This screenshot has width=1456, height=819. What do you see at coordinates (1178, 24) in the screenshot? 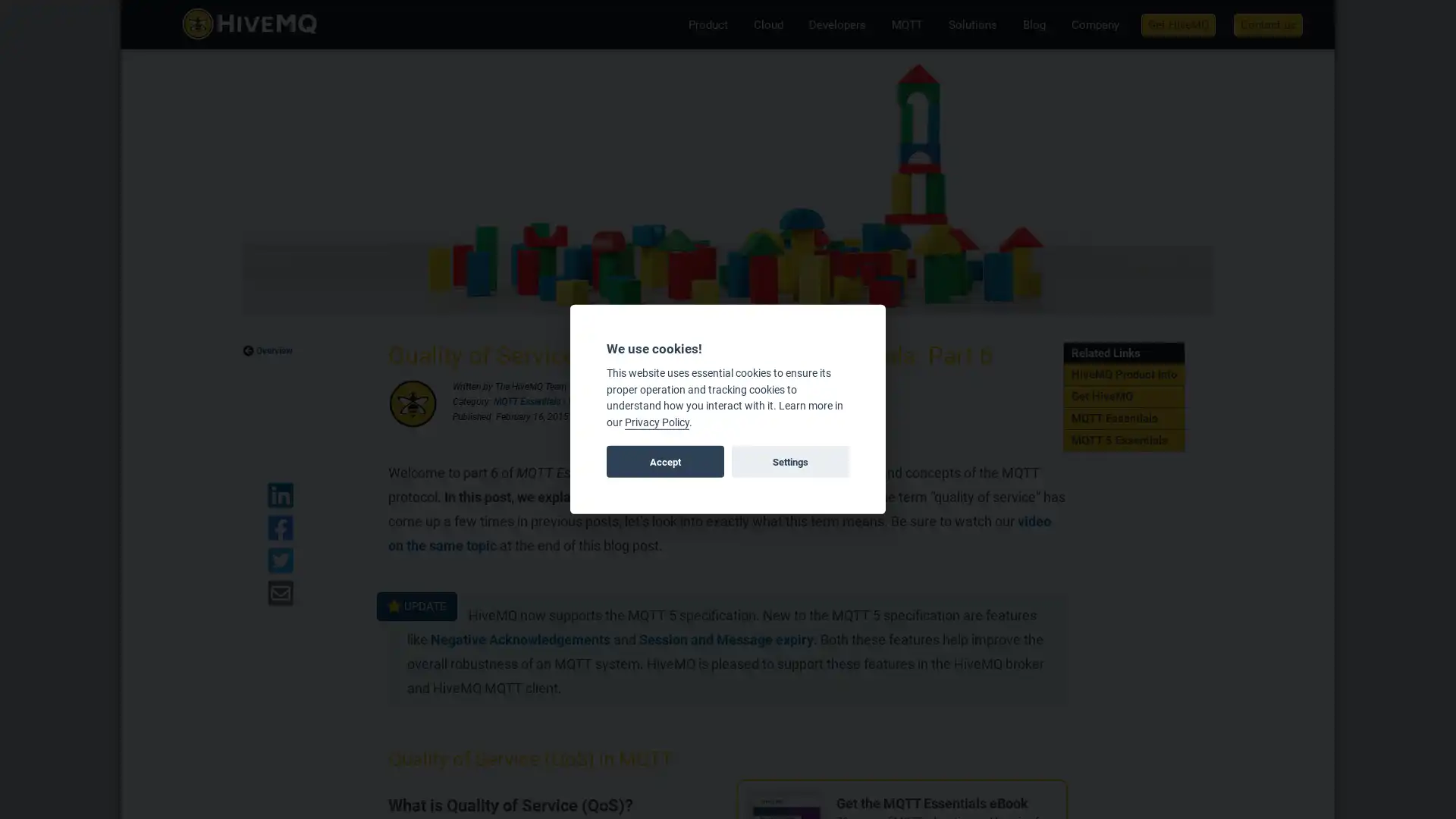
I see `Get HiveMQ` at bounding box center [1178, 24].